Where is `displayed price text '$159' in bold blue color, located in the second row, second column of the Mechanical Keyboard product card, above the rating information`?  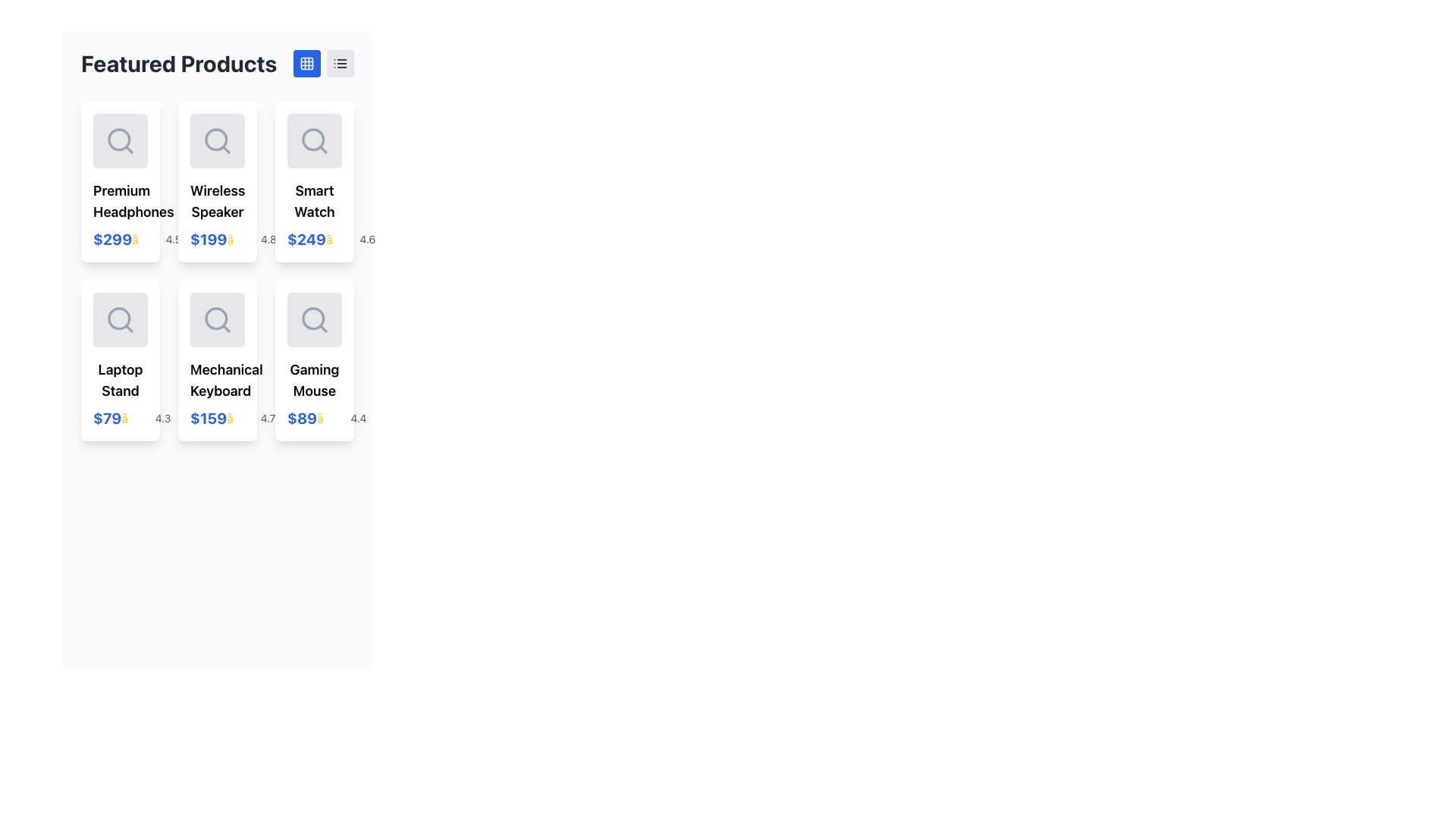 displayed price text '$159' in bold blue color, located in the second row, second column of the Mechanical Keyboard product card, above the rating information is located at coordinates (208, 418).